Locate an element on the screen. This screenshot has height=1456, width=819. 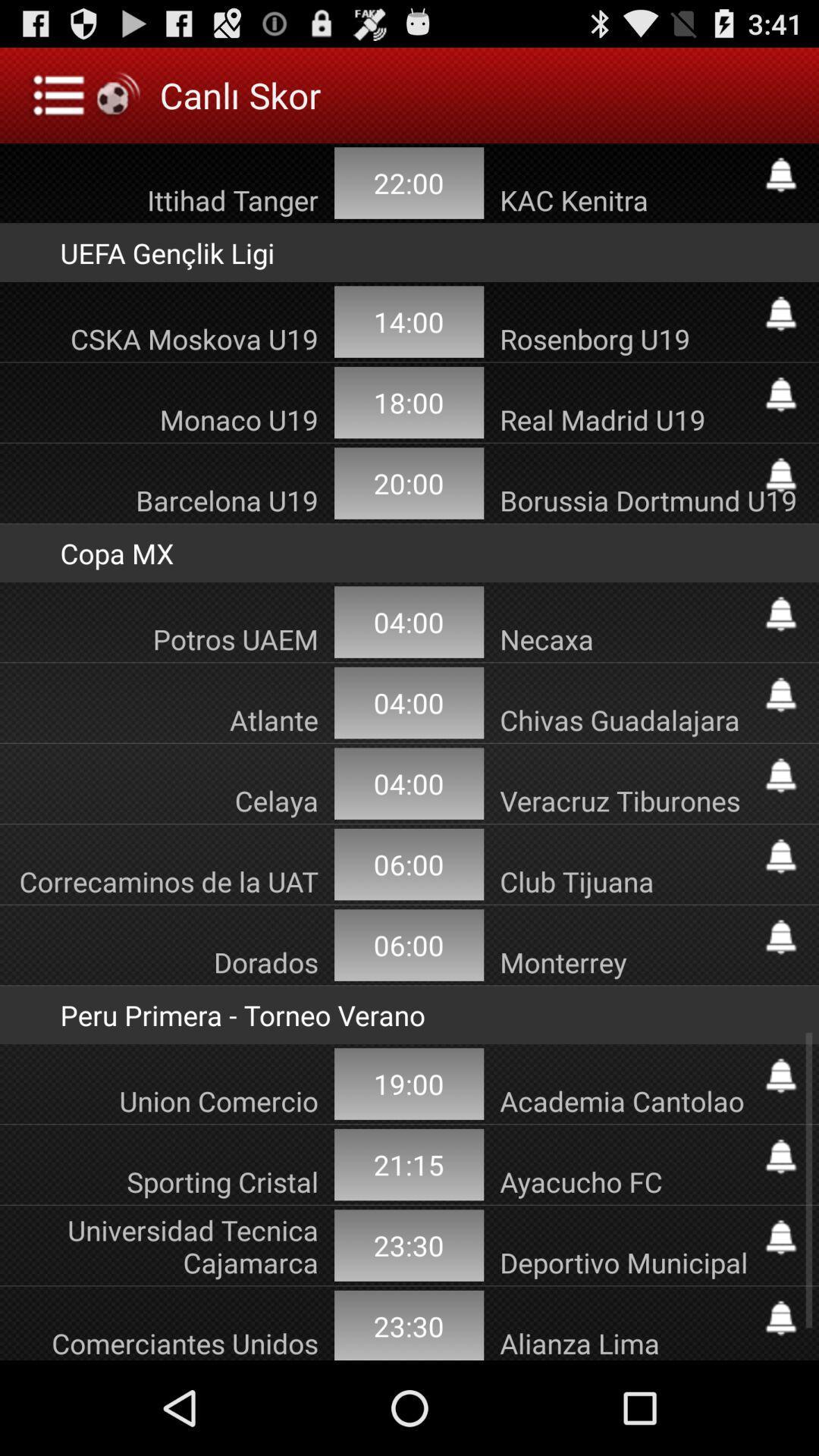
alerts is located at coordinates (780, 937).